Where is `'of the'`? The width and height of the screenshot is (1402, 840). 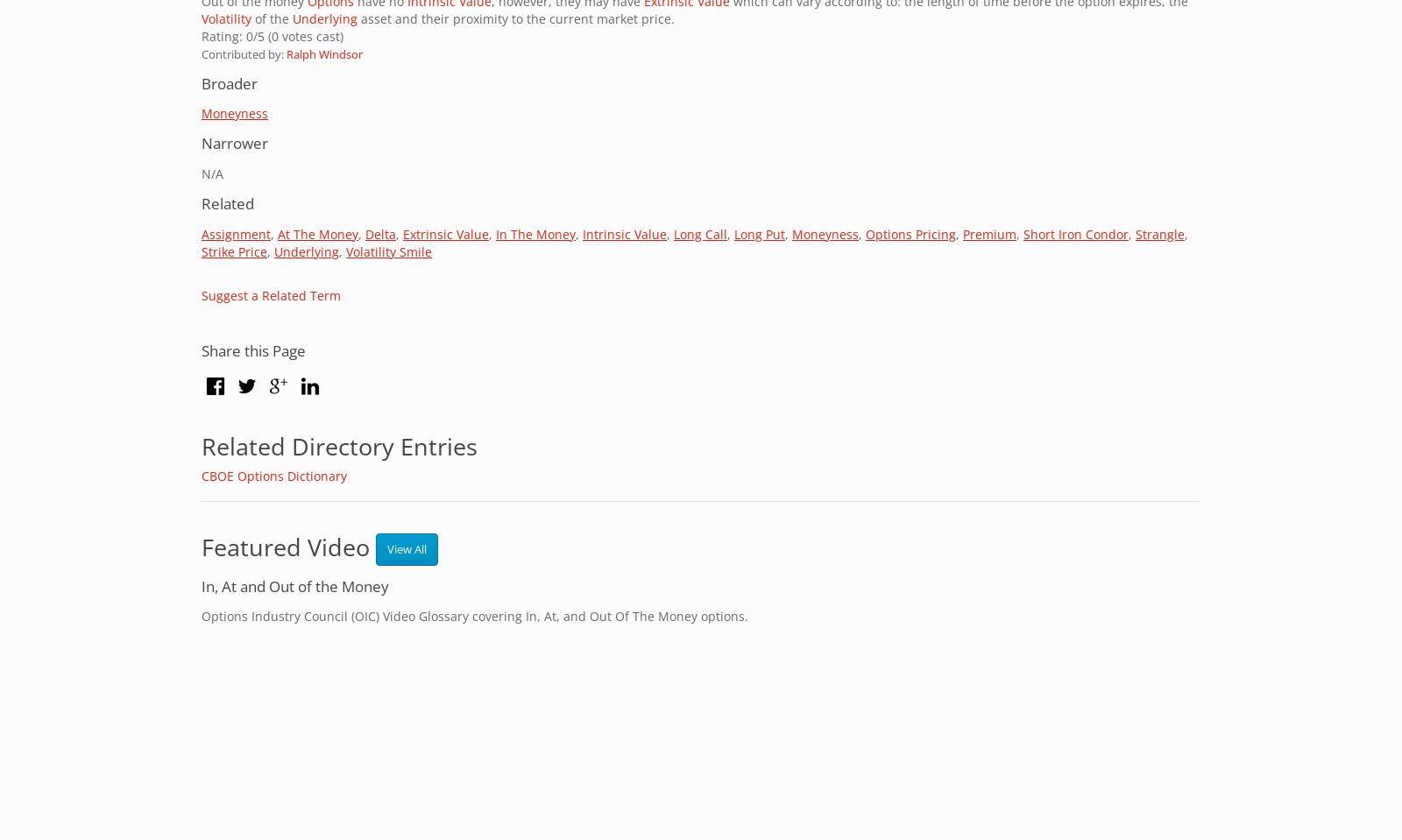
'of the' is located at coordinates (272, 17).